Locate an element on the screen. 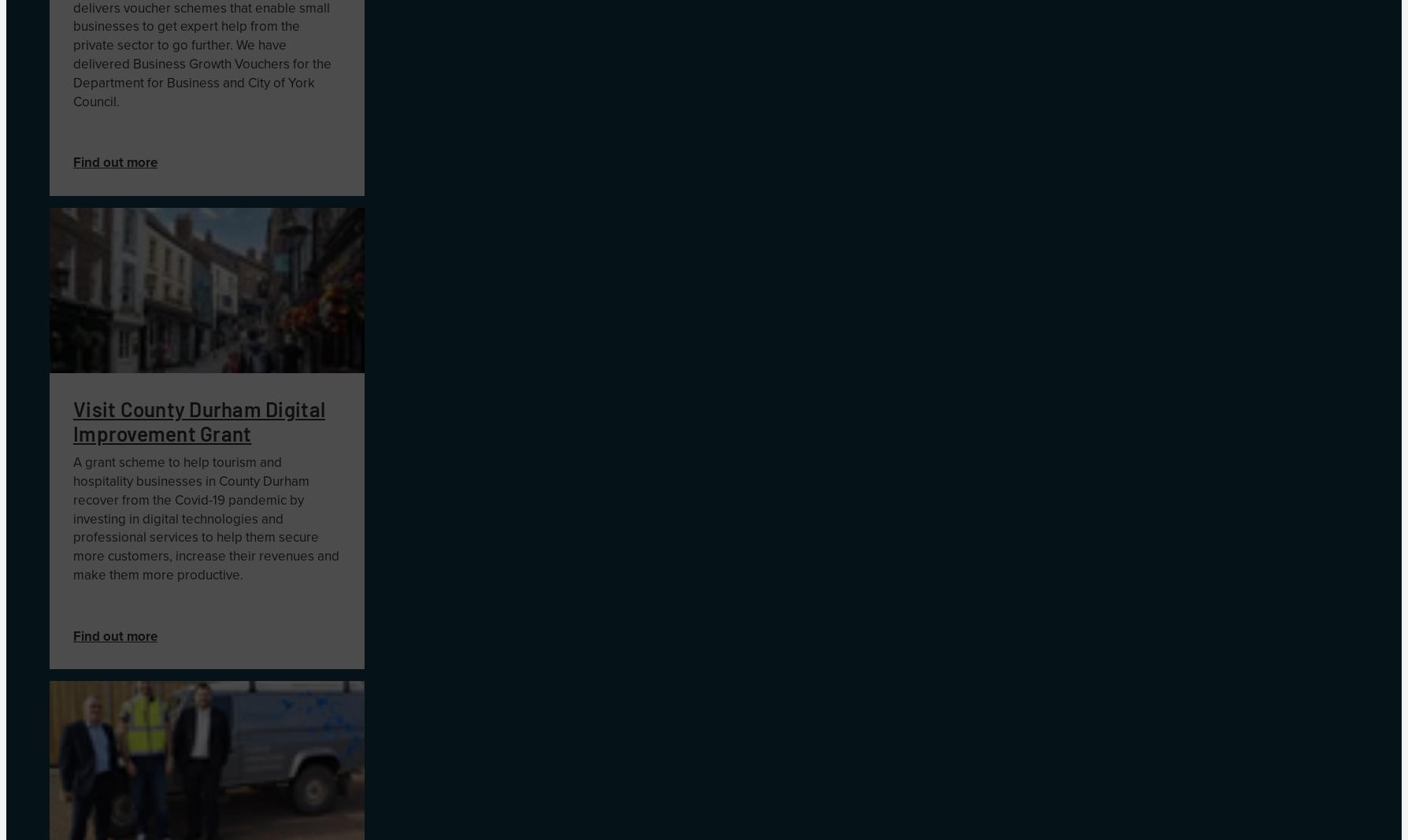  's for' is located at coordinates (297, 62).